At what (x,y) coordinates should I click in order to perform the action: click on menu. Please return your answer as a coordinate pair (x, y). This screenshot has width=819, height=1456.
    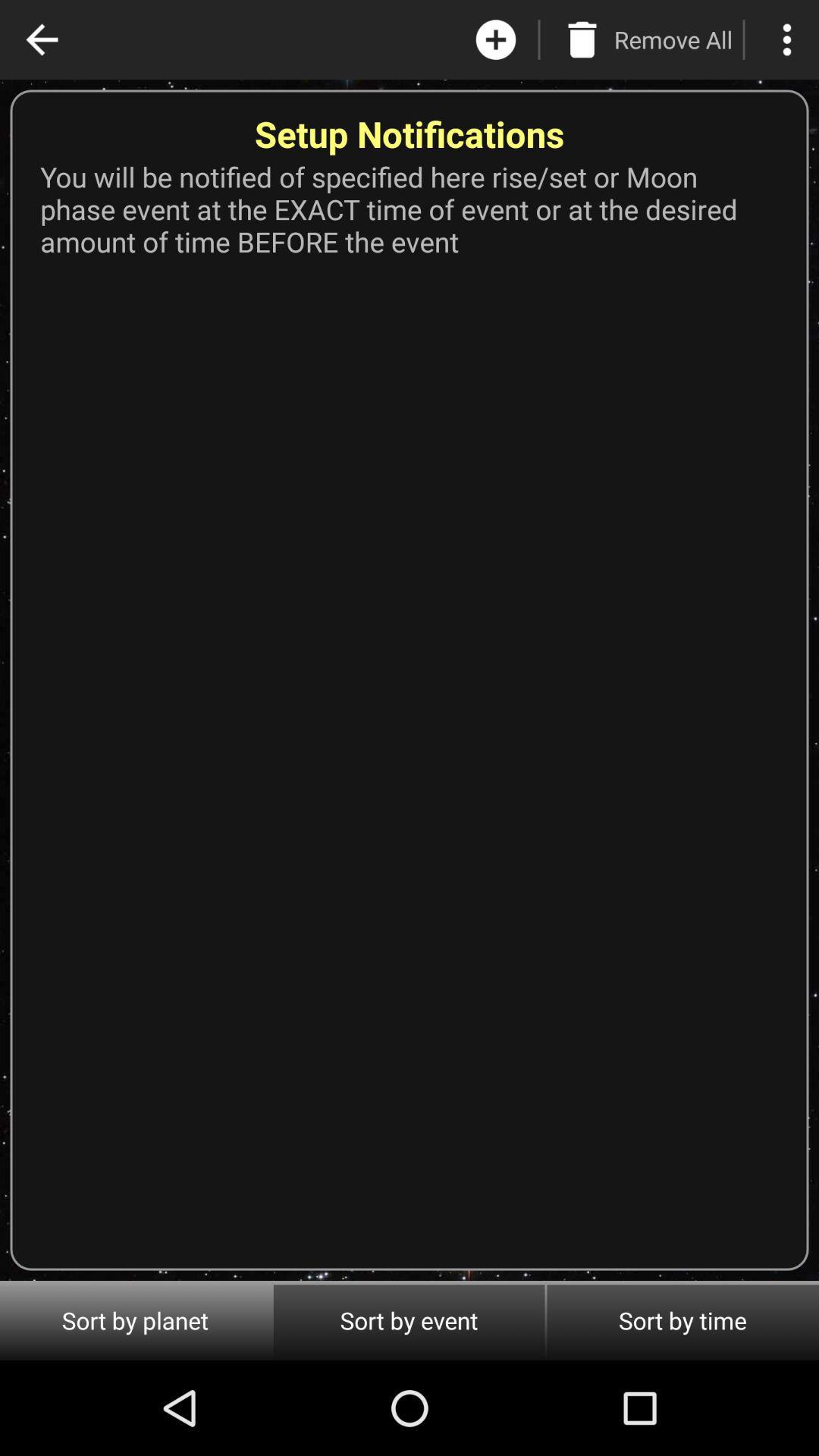
    Looking at the image, I should click on (786, 39).